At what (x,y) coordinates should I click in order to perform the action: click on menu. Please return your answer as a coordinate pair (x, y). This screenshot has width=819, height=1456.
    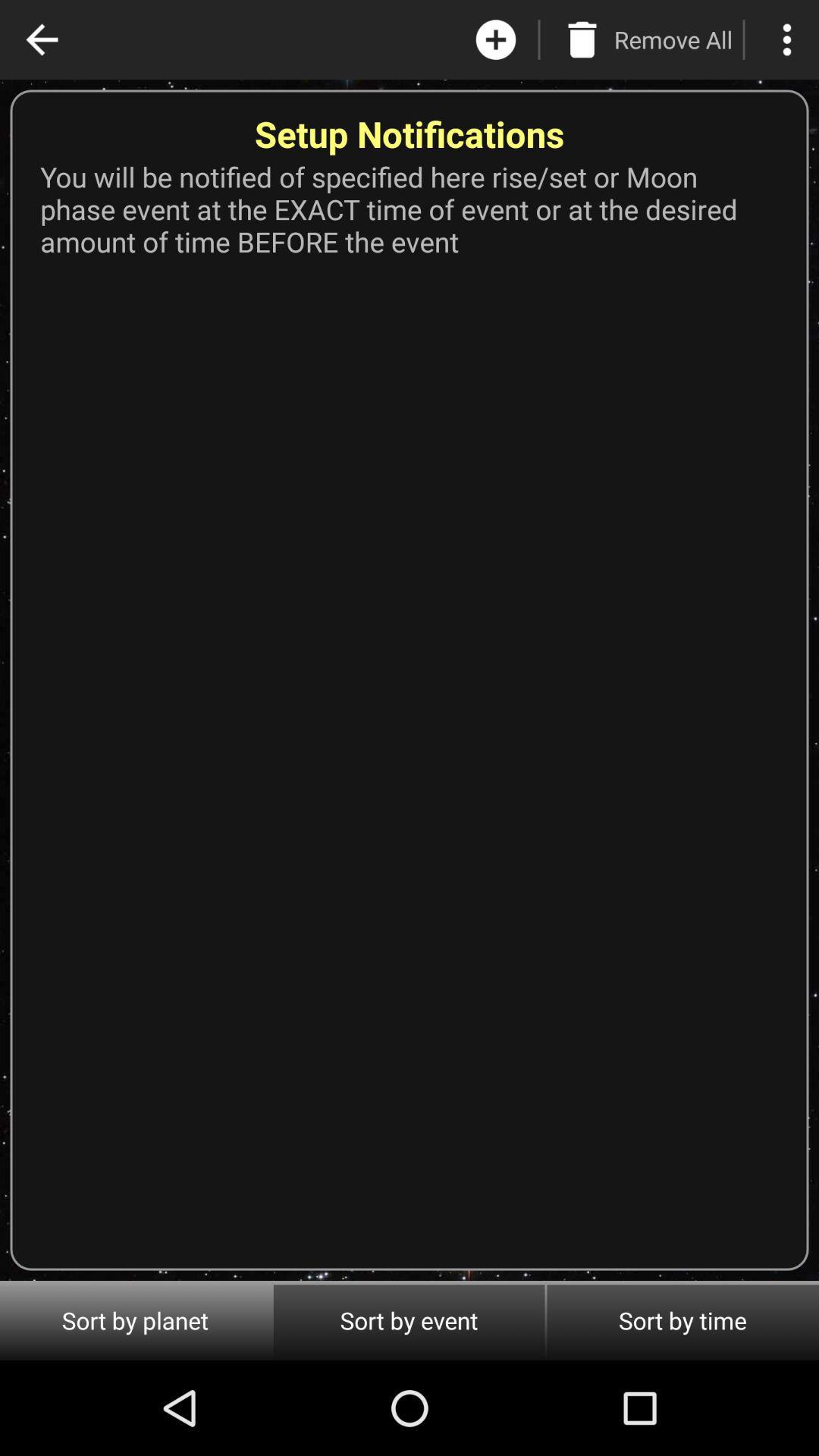
    Looking at the image, I should click on (786, 39).